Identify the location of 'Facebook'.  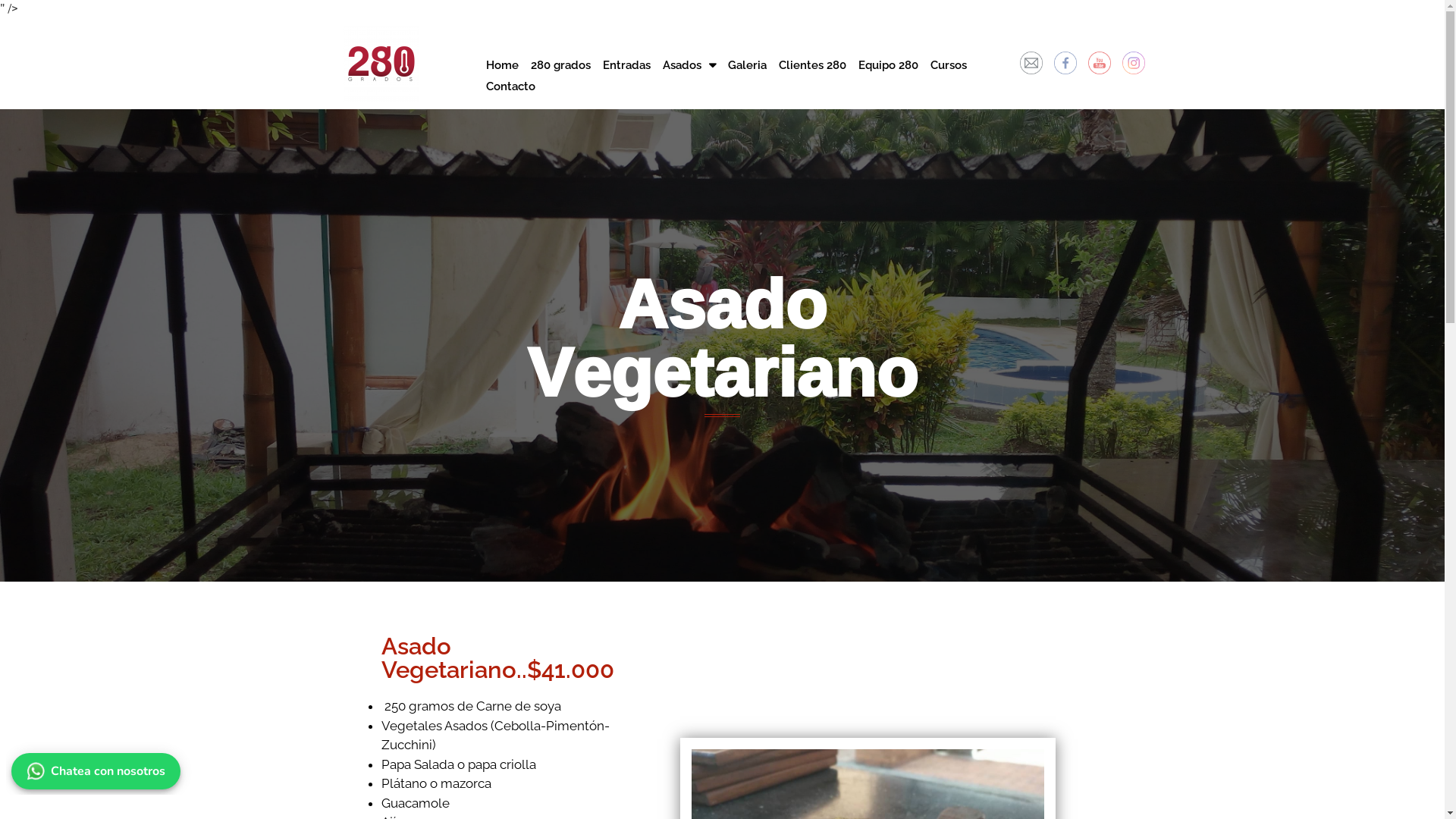
(1065, 62).